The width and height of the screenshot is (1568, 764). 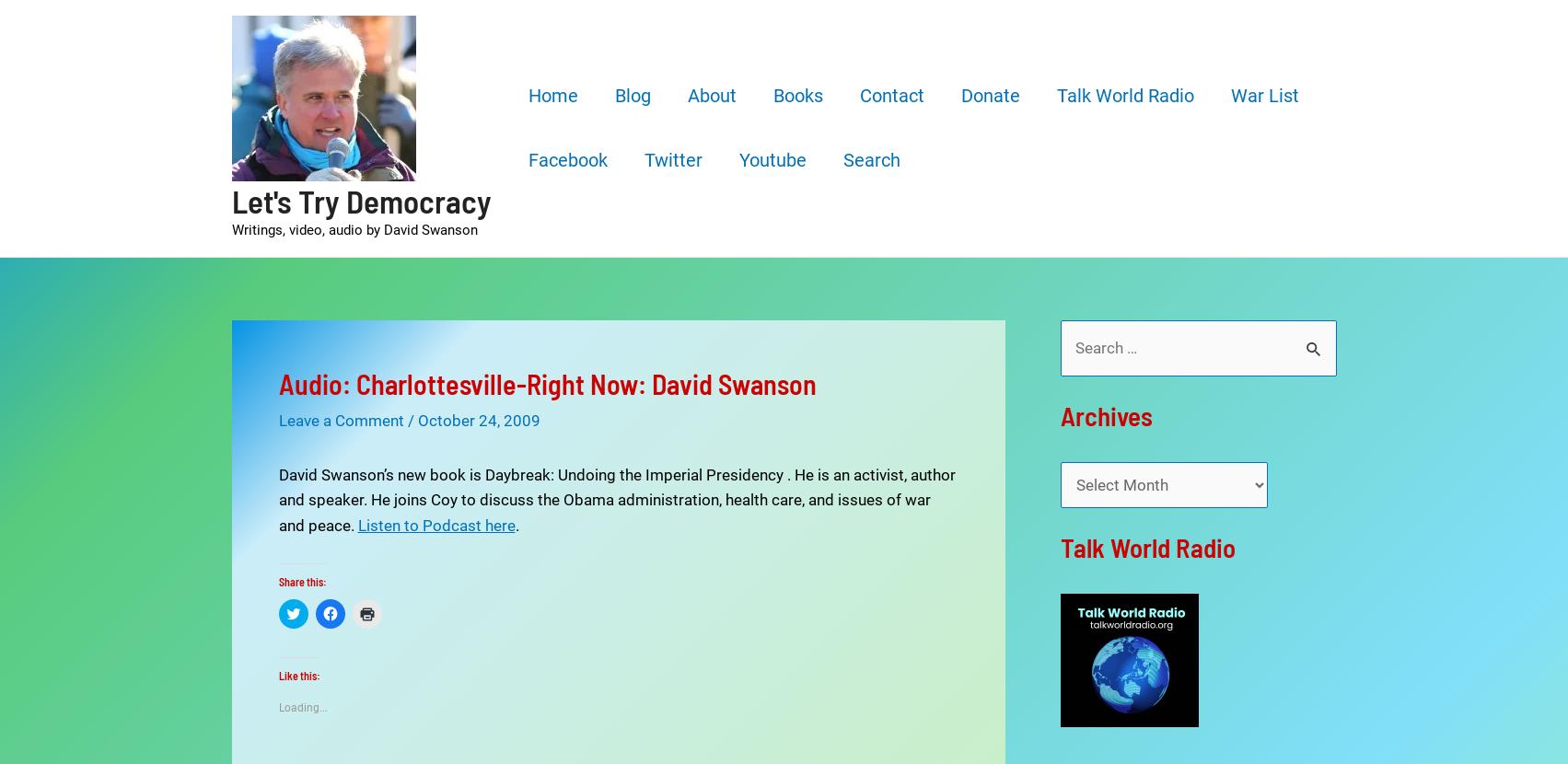 I want to click on 'Leave a Comment', so click(x=341, y=420).